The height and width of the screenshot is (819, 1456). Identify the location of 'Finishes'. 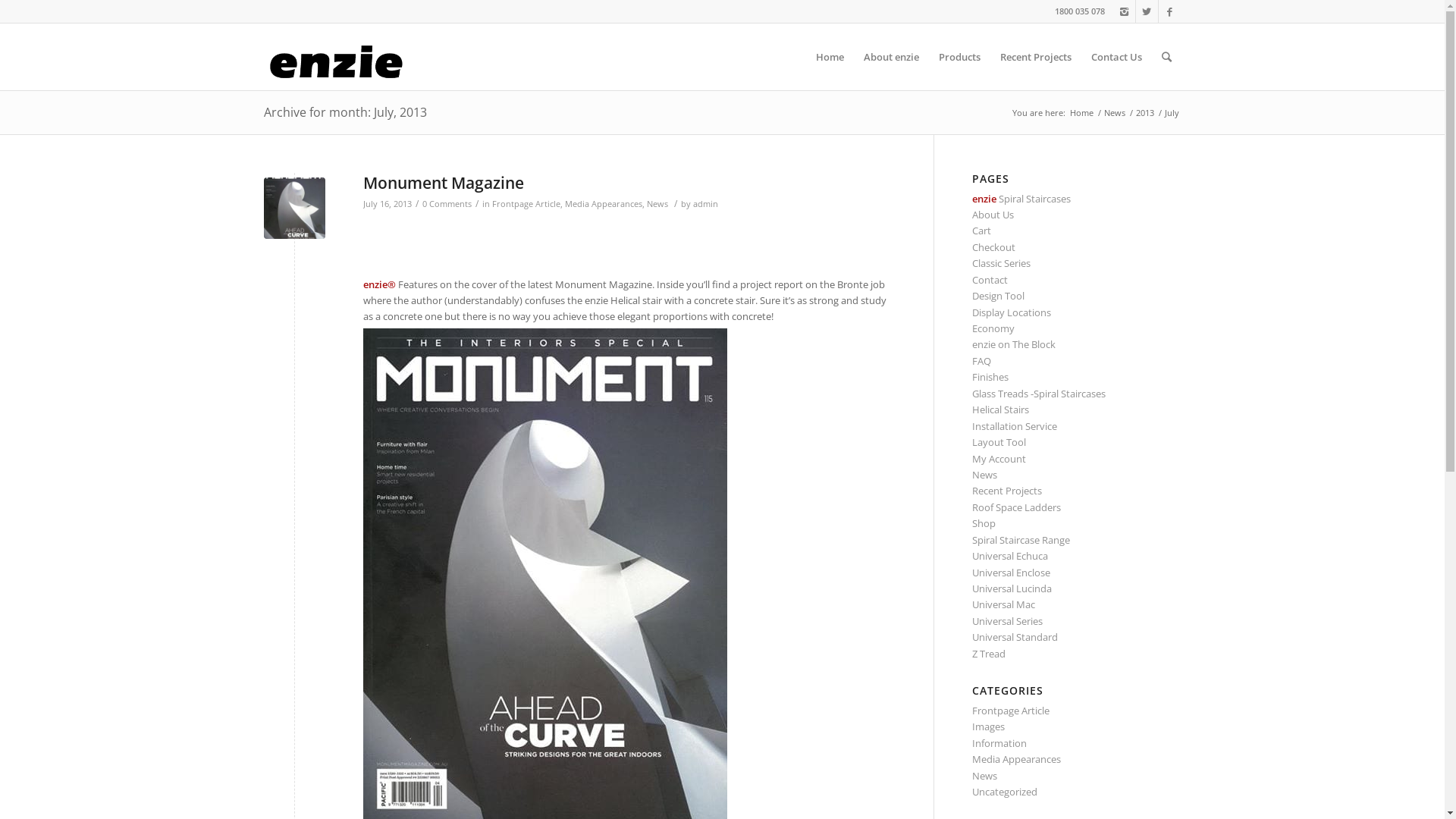
(971, 376).